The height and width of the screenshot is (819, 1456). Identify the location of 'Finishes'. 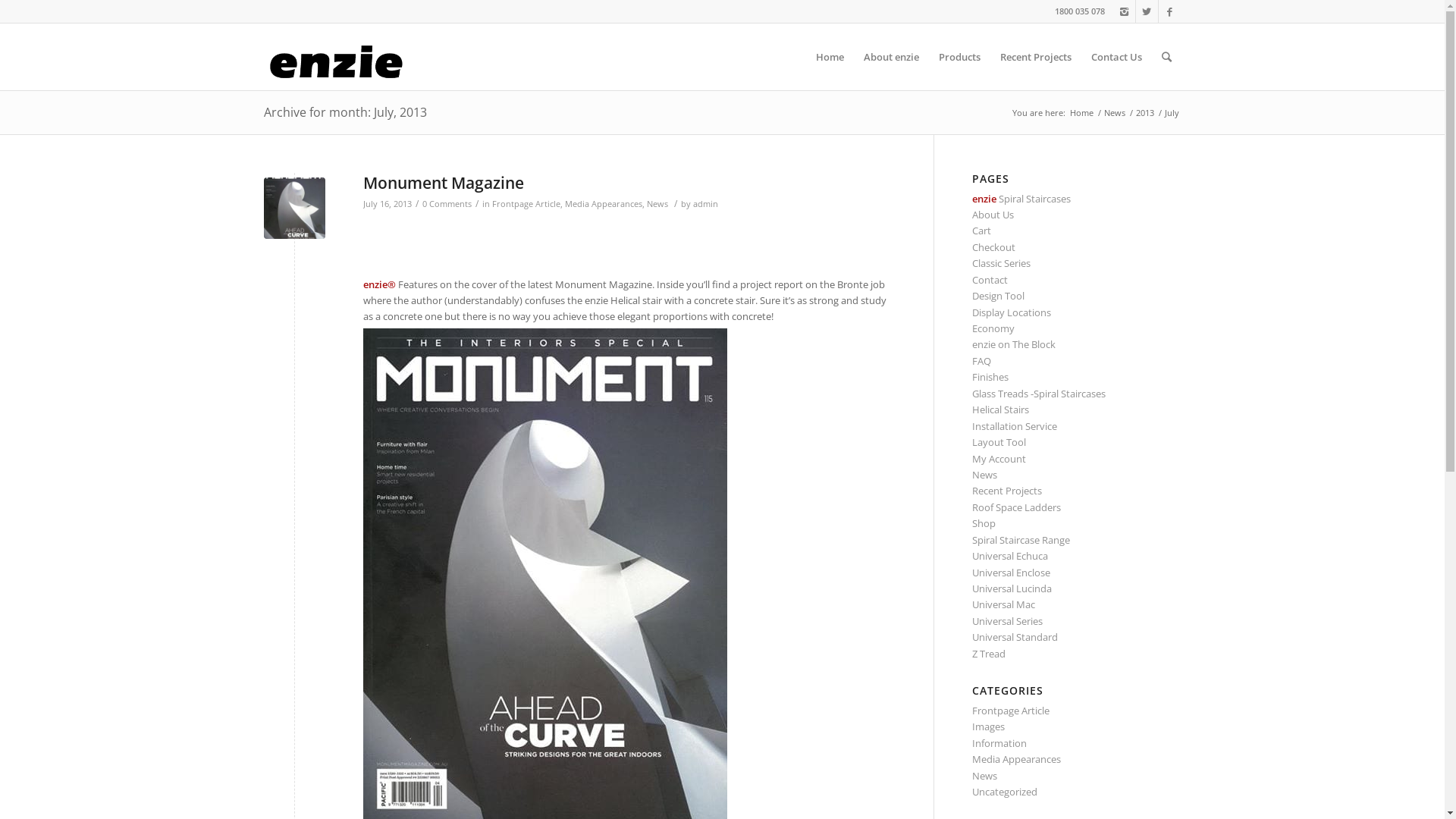
(971, 376).